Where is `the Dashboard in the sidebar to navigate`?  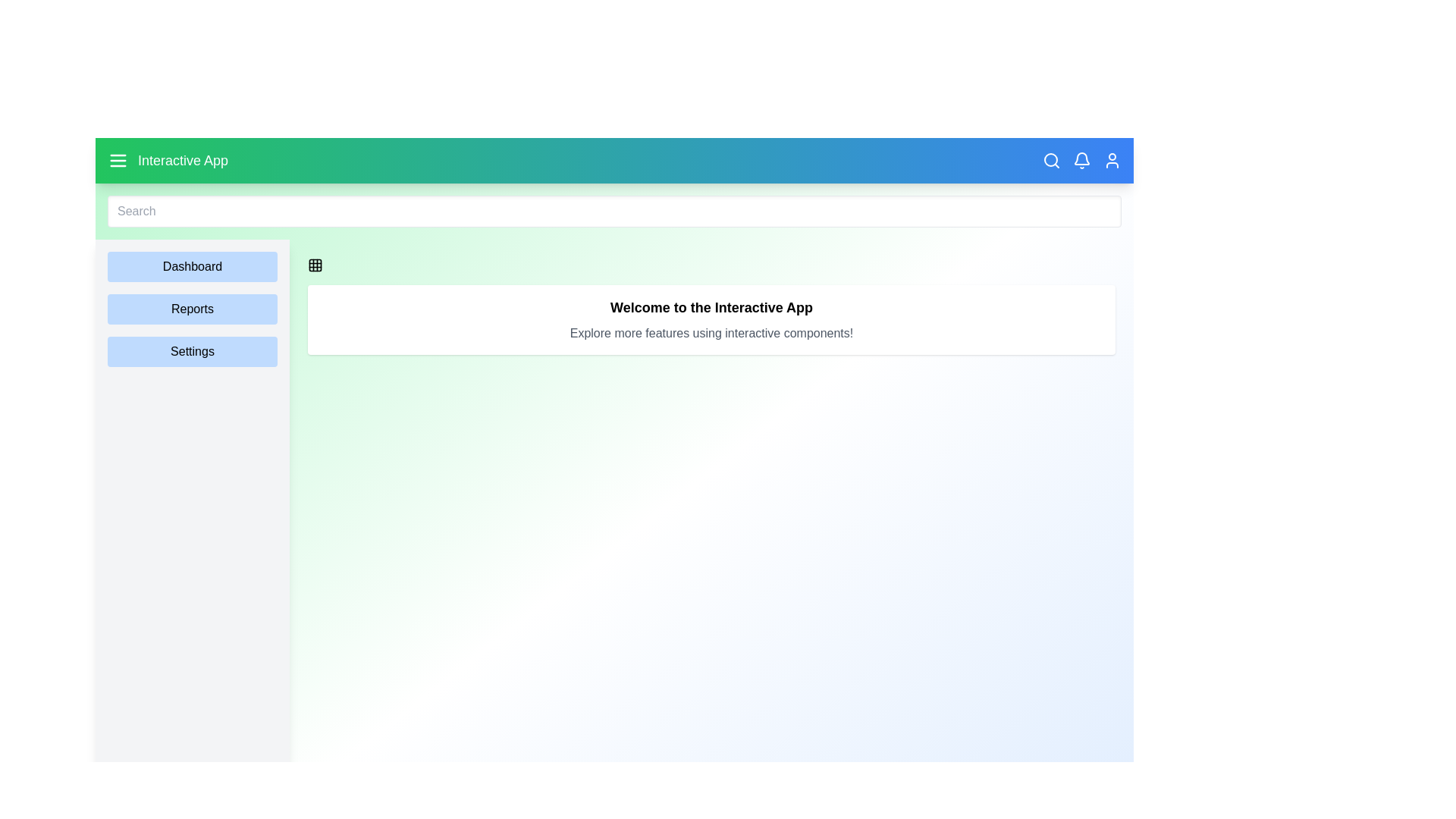
the Dashboard in the sidebar to navigate is located at coordinates (192, 265).